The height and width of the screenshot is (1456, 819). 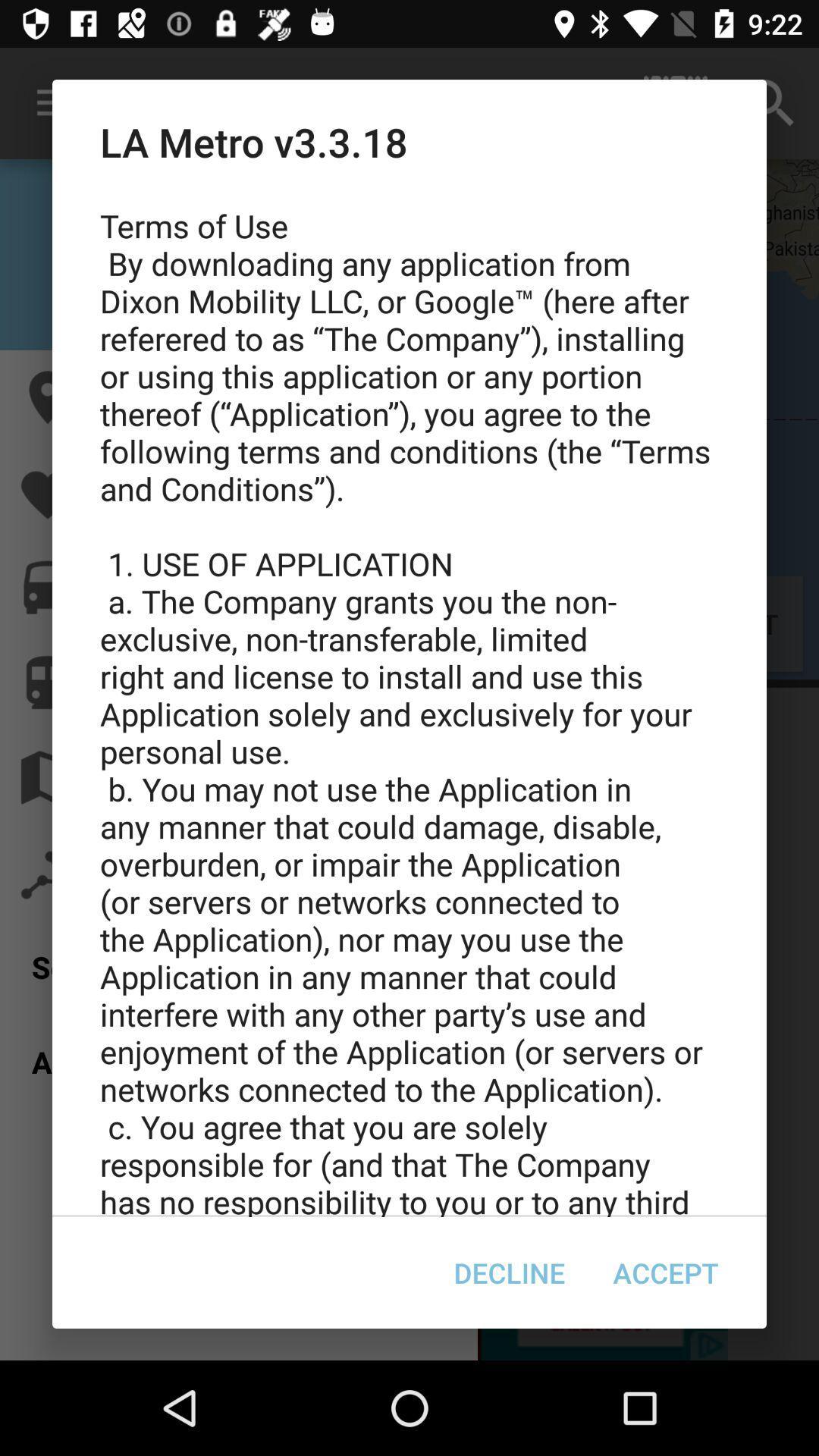 I want to click on the icon below the terms of use item, so click(x=509, y=1272).